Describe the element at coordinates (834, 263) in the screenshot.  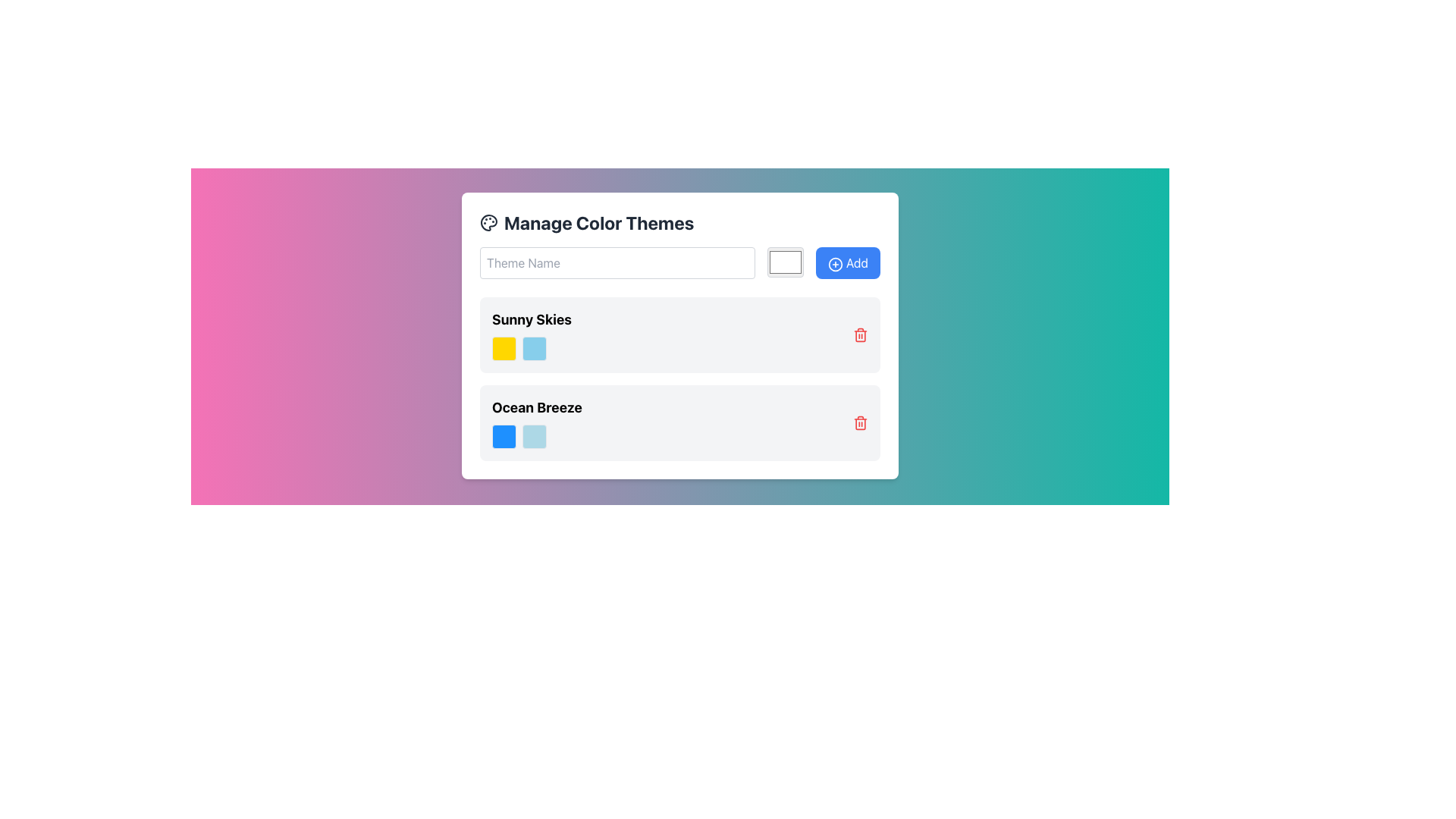
I see `the circular '+' icon element located within the 'Add' button, which is positioned to the right of the input field` at that location.